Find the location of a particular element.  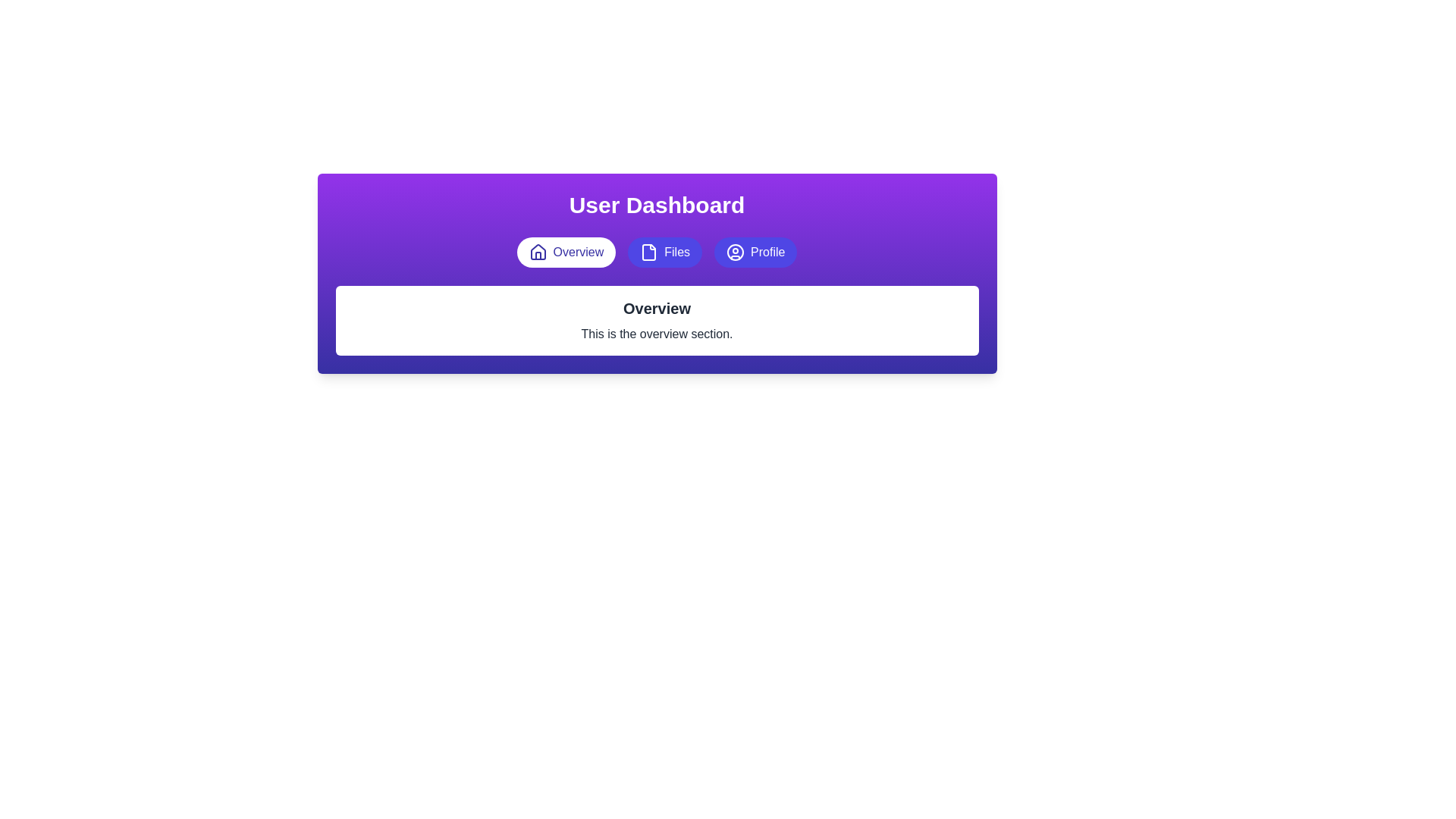

the house icon above the 'Overview' text within the oval button is located at coordinates (538, 251).